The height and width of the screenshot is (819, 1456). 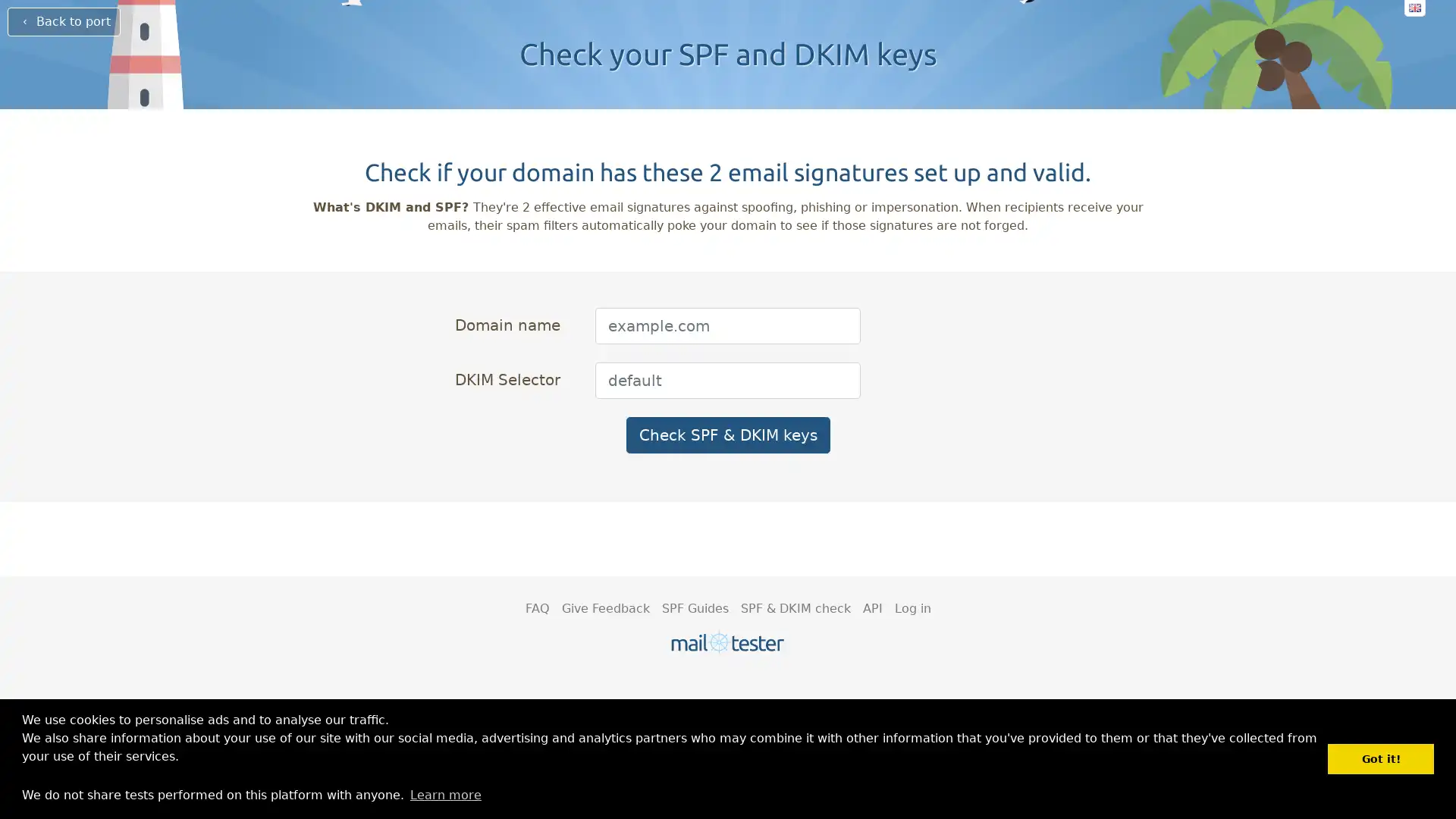 What do you see at coordinates (1380, 758) in the screenshot?
I see `dismiss cookie message` at bounding box center [1380, 758].